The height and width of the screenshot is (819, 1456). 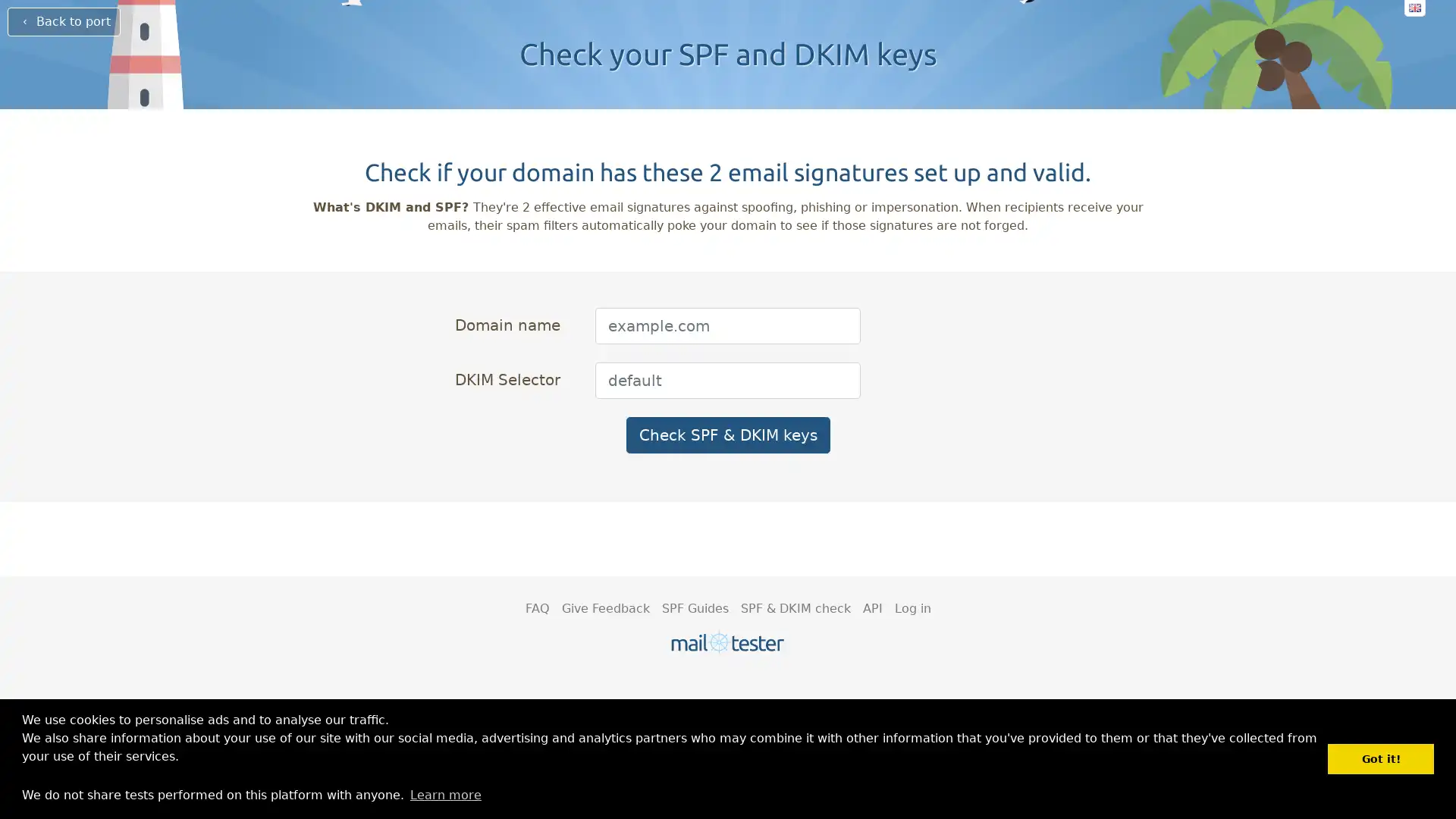 What do you see at coordinates (1380, 758) in the screenshot?
I see `dismiss cookie message` at bounding box center [1380, 758].